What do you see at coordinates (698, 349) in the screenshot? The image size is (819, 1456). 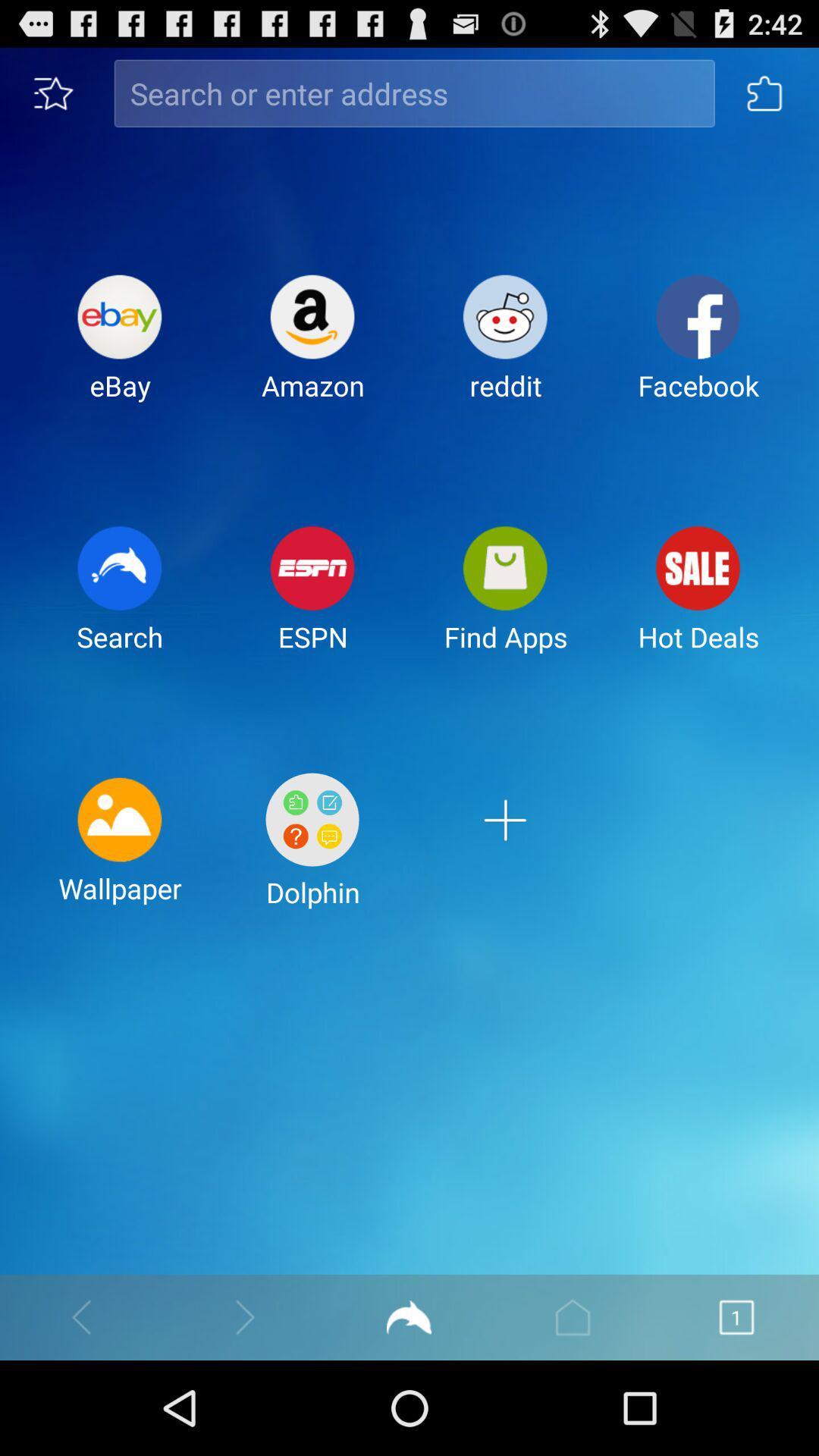 I see `the facebook item` at bounding box center [698, 349].